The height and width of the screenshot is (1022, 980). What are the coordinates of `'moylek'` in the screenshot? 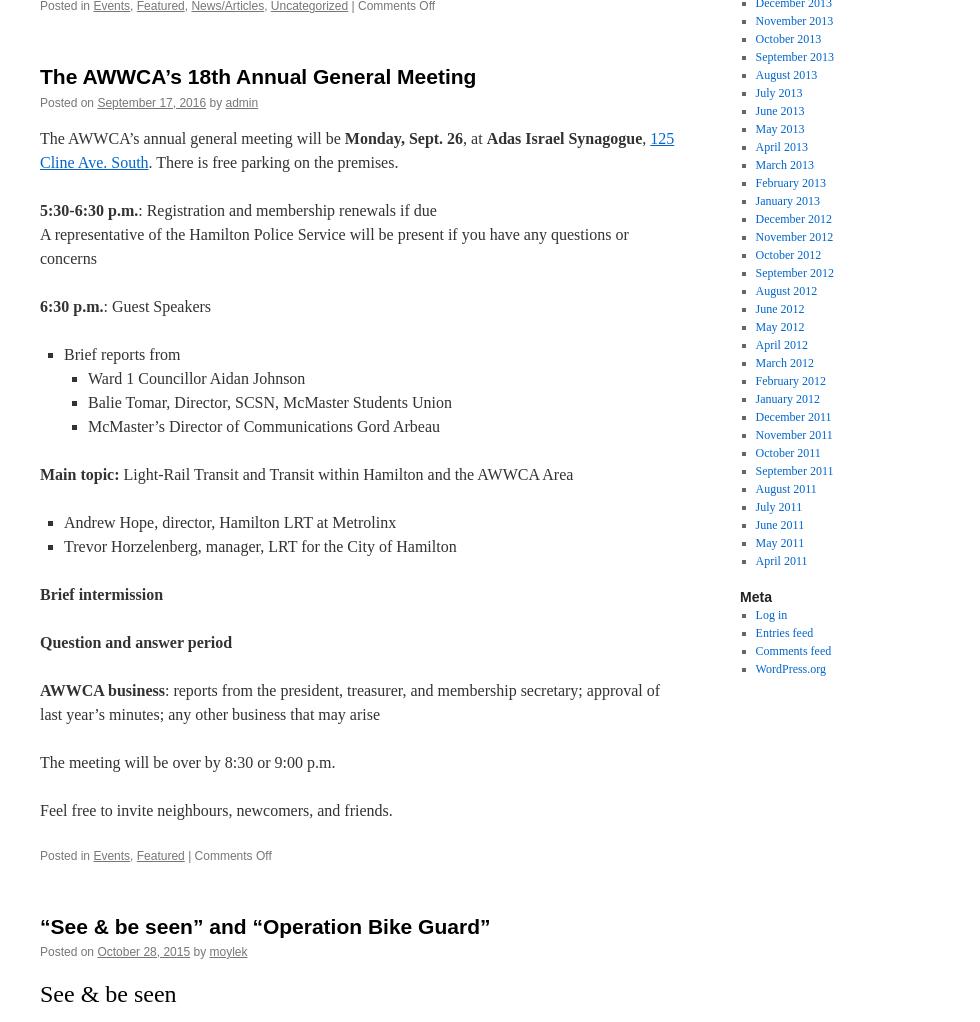 It's located at (209, 949).